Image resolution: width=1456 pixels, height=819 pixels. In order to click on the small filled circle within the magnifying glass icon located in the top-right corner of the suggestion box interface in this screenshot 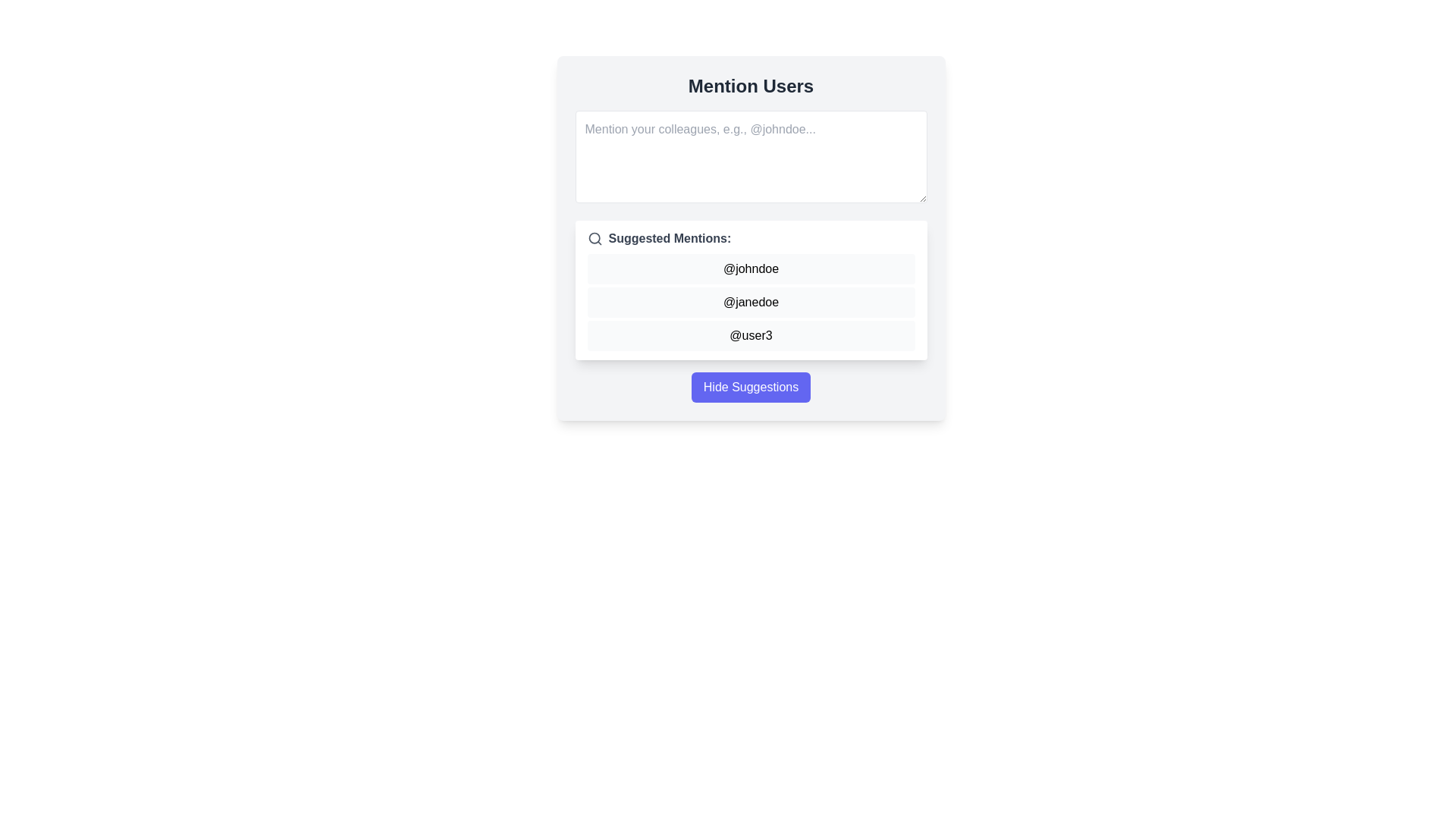, I will do `click(593, 238)`.